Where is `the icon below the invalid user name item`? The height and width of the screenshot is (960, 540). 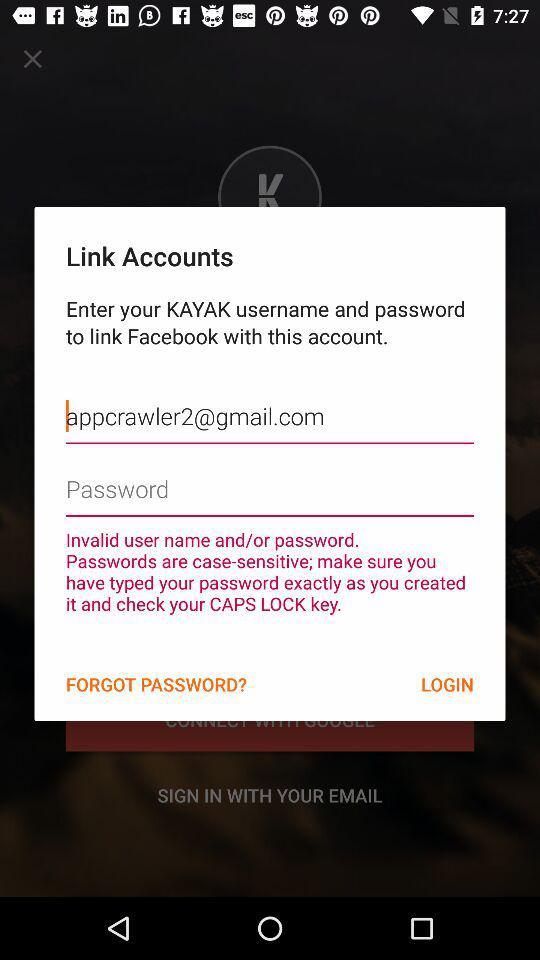 the icon below the invalid user name item is located at coordinates (447, 684).